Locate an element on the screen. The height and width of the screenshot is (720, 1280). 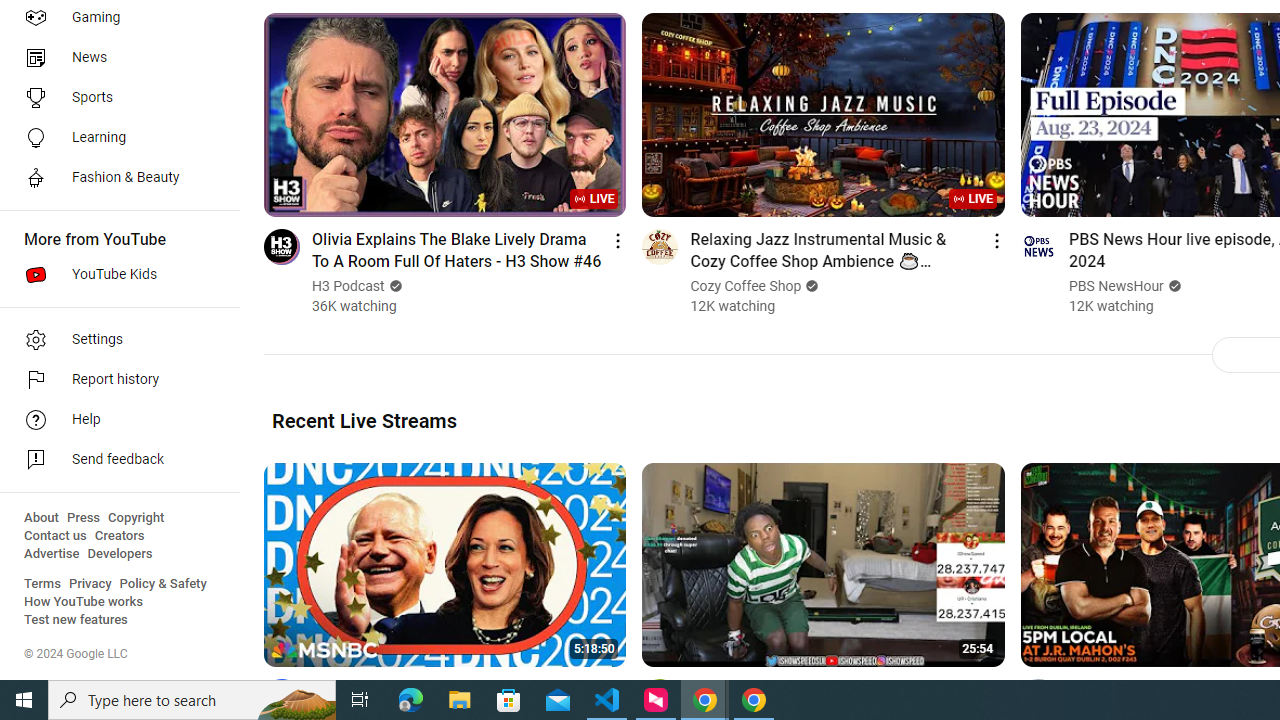
'Verified' is located at coordinates (1172, 286).